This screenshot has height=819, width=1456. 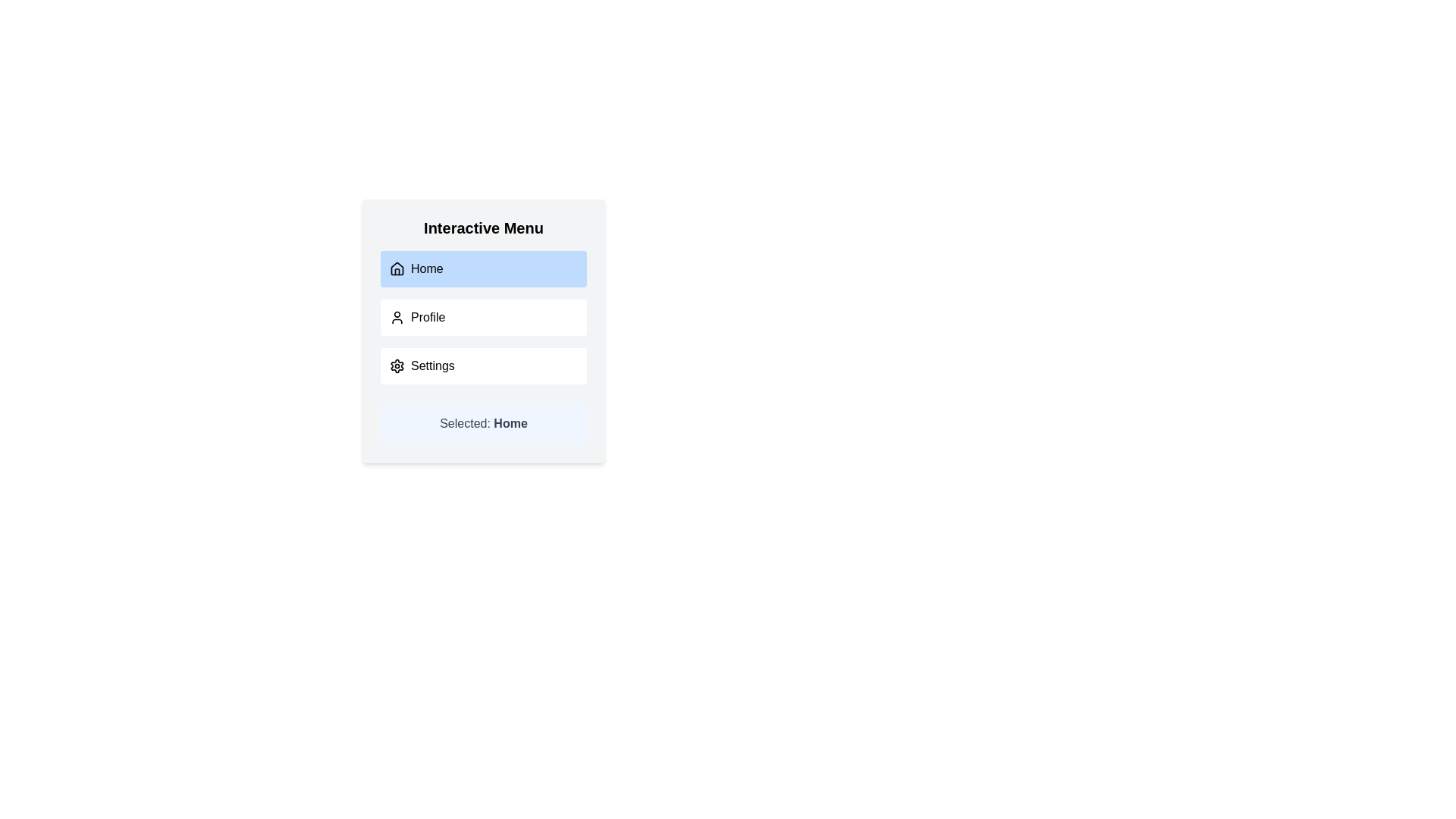 I want to click on the 'Home' icon located to the left of the text 'Home' within the topmost button of a vertically stacked menu, so click(x=397, y=268).